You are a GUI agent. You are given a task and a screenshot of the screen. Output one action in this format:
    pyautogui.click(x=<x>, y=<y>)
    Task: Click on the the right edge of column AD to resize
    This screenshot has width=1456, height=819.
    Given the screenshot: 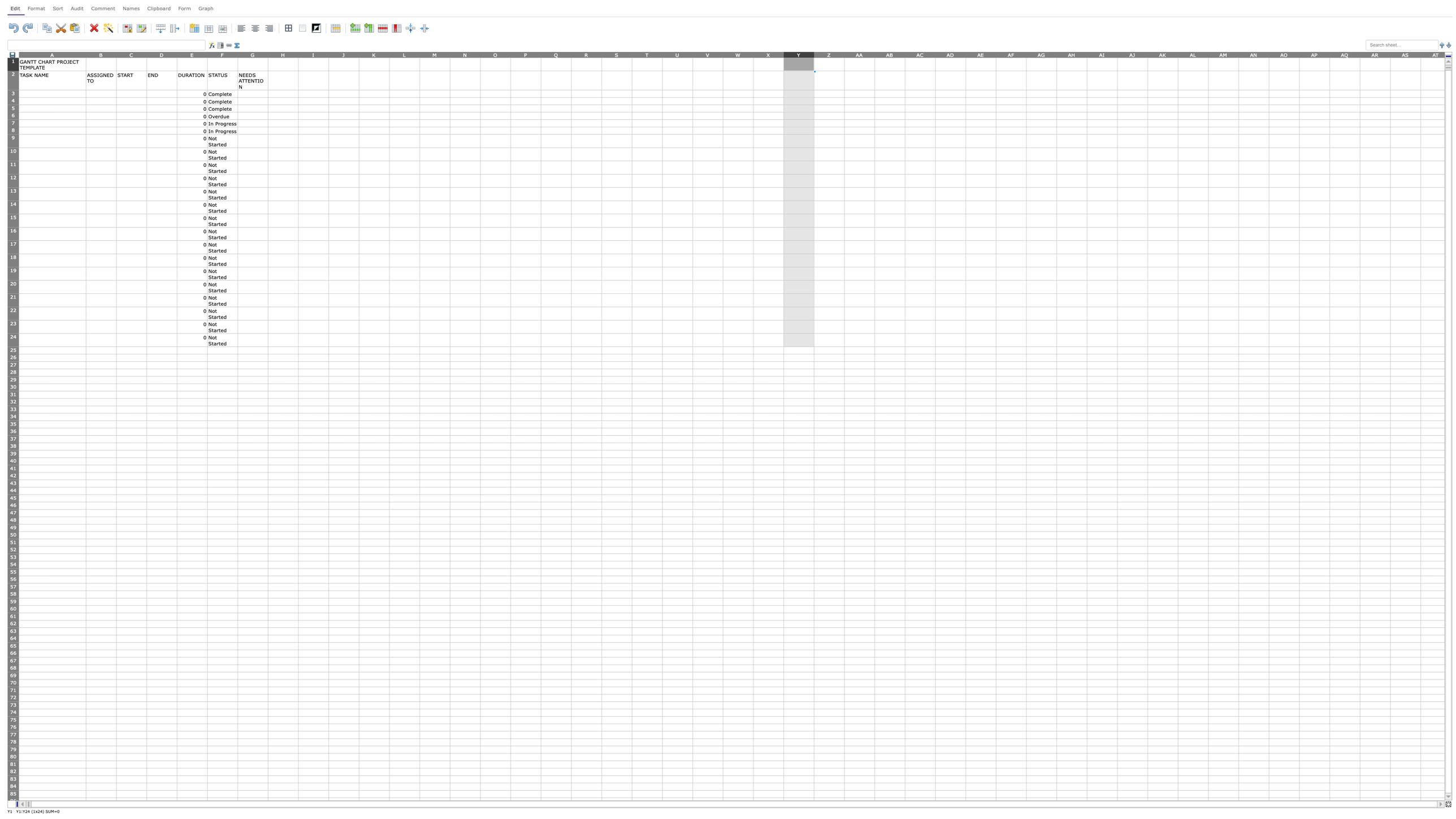 What is the action you would take?
    pyautogui.click(x=965, y=54)
    